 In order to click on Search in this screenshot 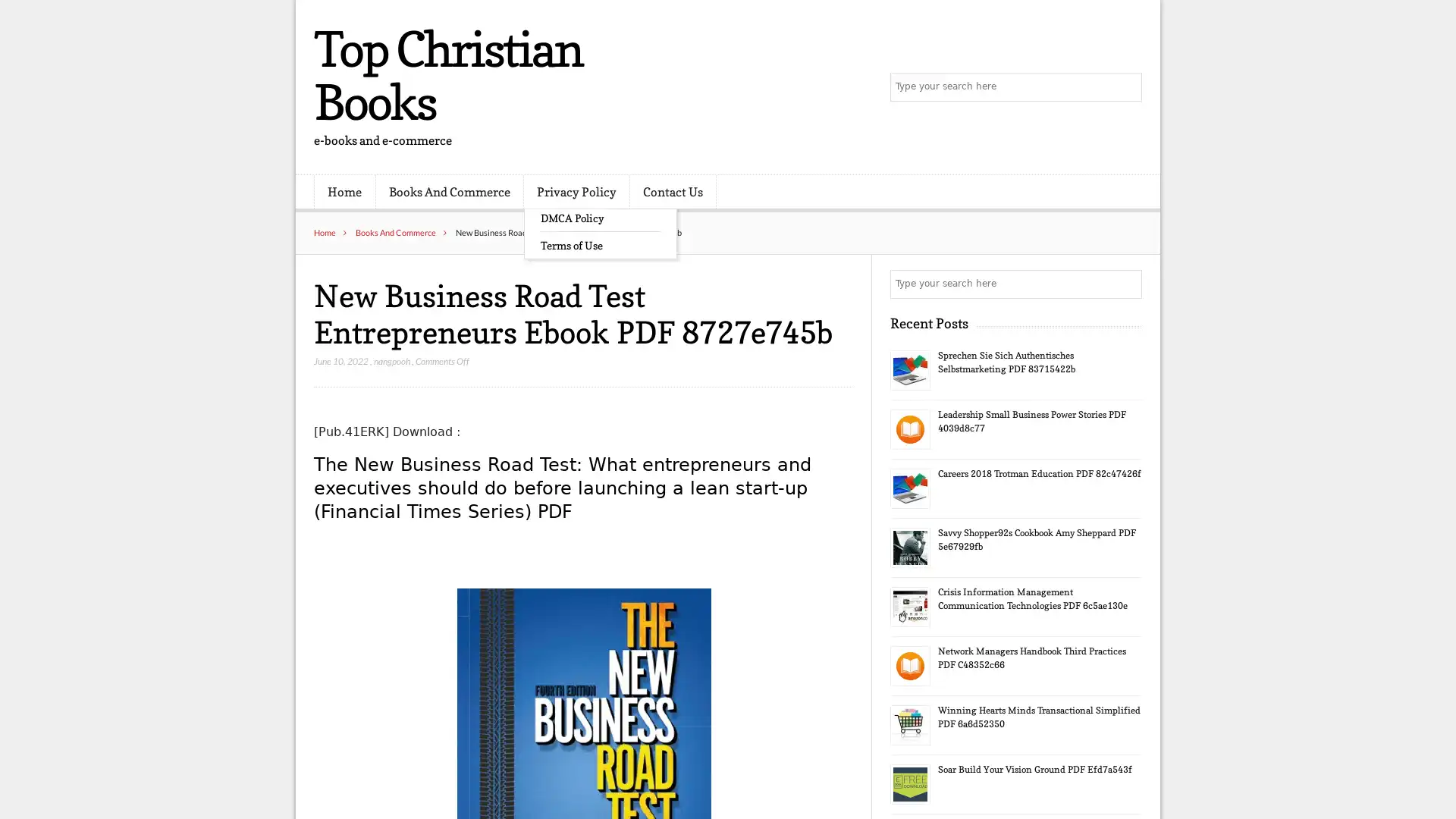, I will do `click(1126, 284)`.